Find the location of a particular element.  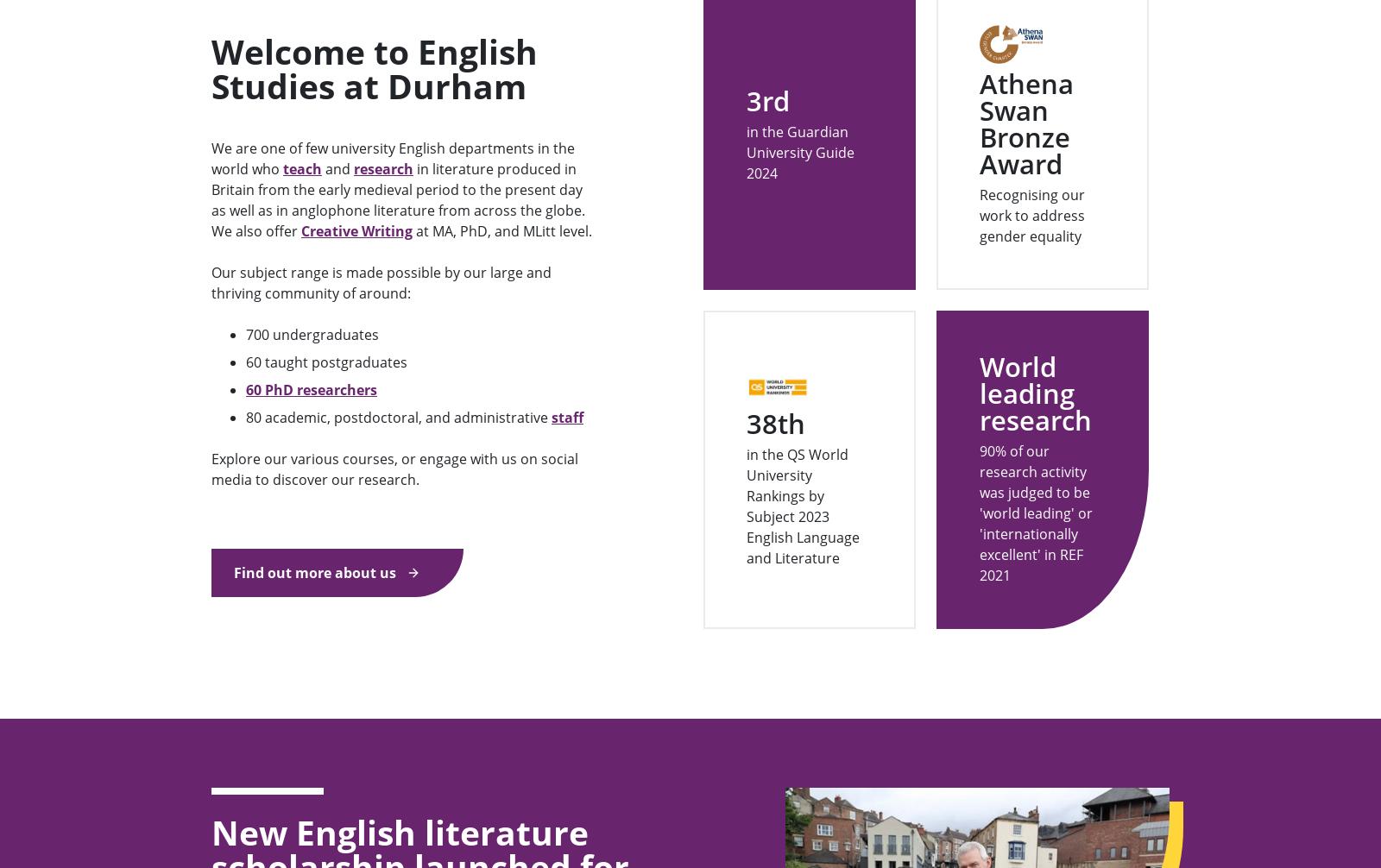

'Jobs' is located at coordinates (224, 740).